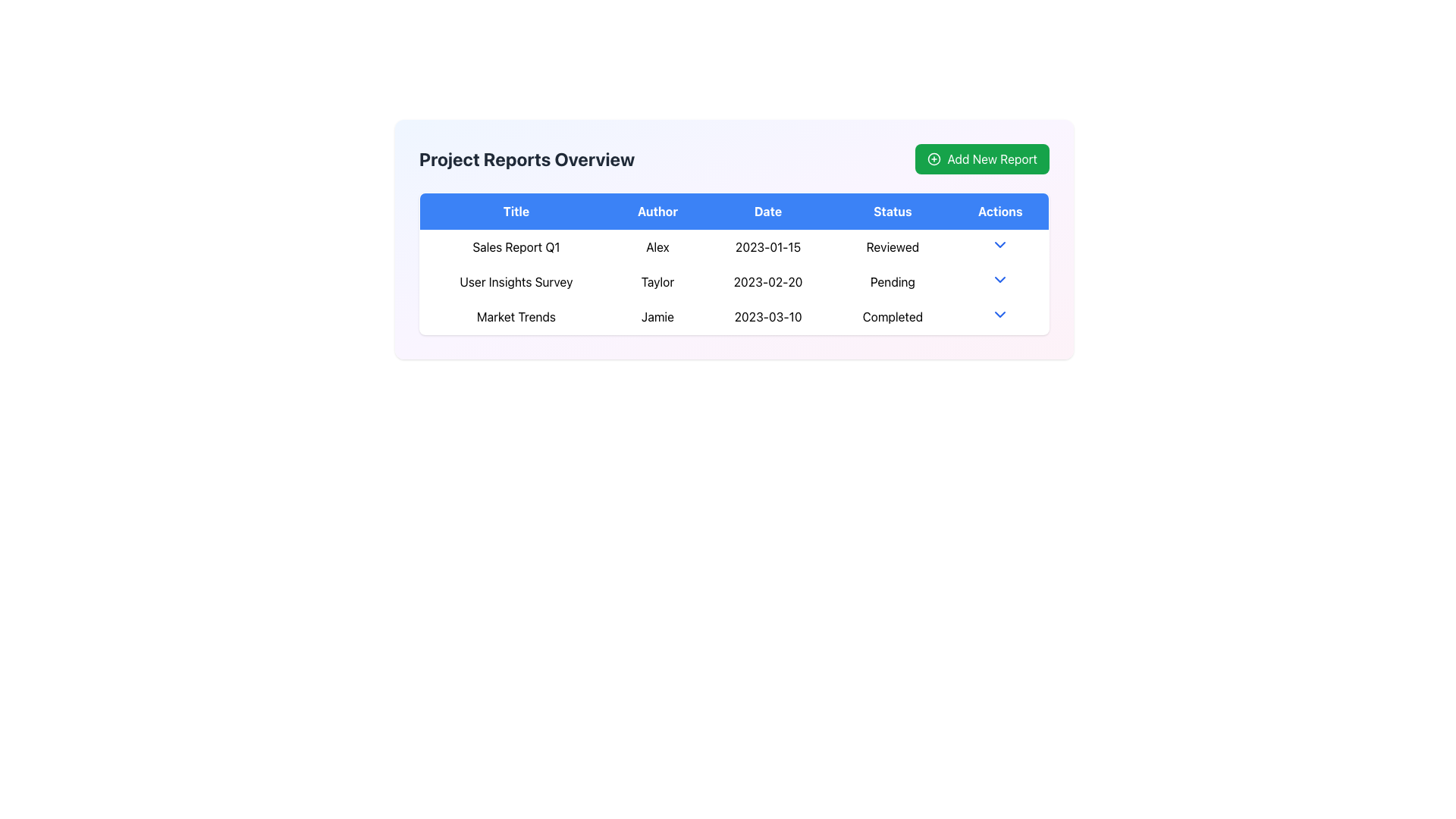  What do you see at coordinates (893, 281) in the screenshot?
I see `the 'Pending' status label in the 'Status' column of the 'User Insights Survey' entry in the table` at bounding box center [893, 281].